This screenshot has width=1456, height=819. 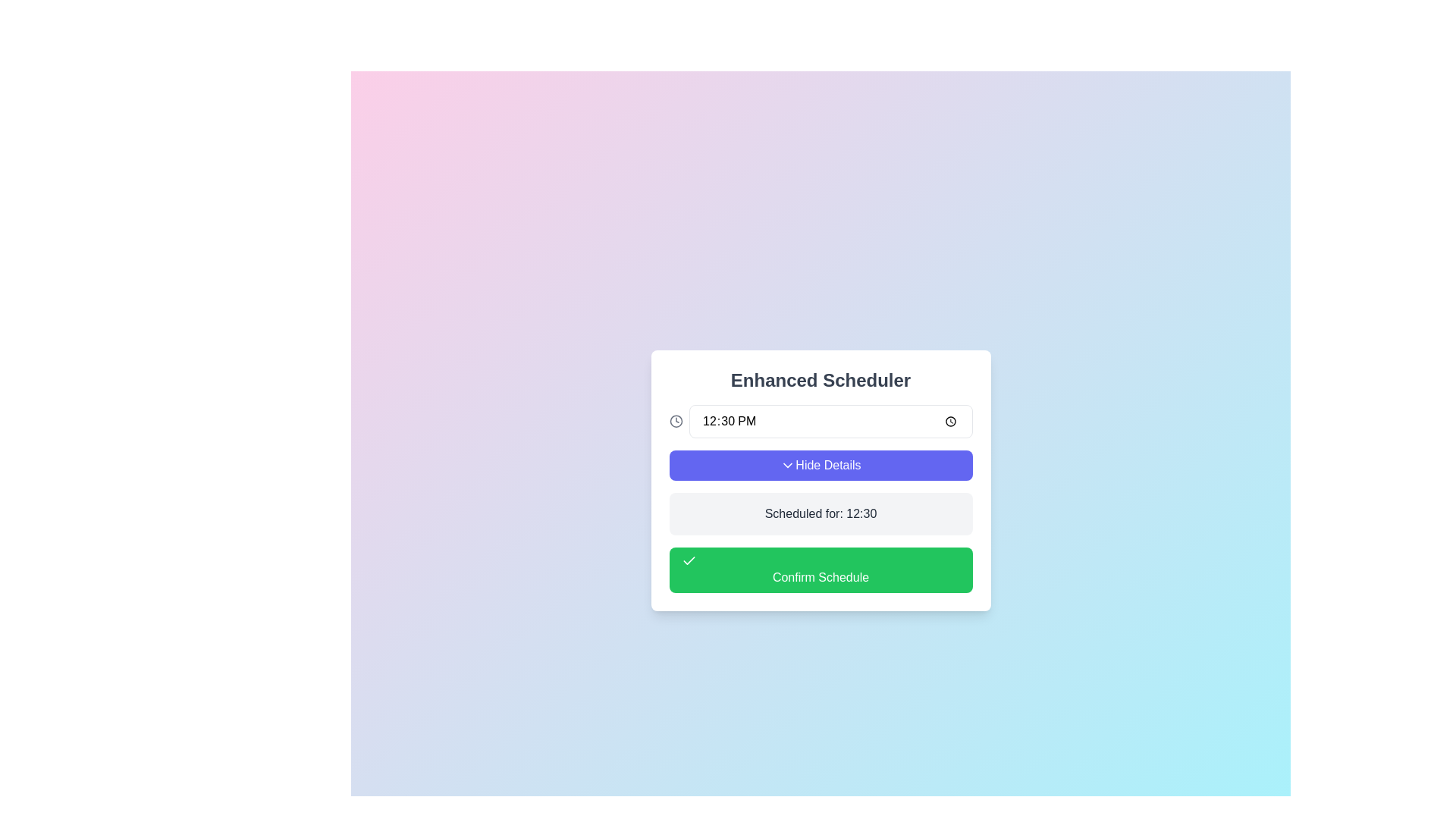 What do you see at coordinates (788, 464) in the screenshot?
I see `the 'Hide Details' button by clicking on the chevron down icon, which is visually represented as a downward-facing arrow, indicating the action to expand or collapse details` at bounding box center [788, 464].